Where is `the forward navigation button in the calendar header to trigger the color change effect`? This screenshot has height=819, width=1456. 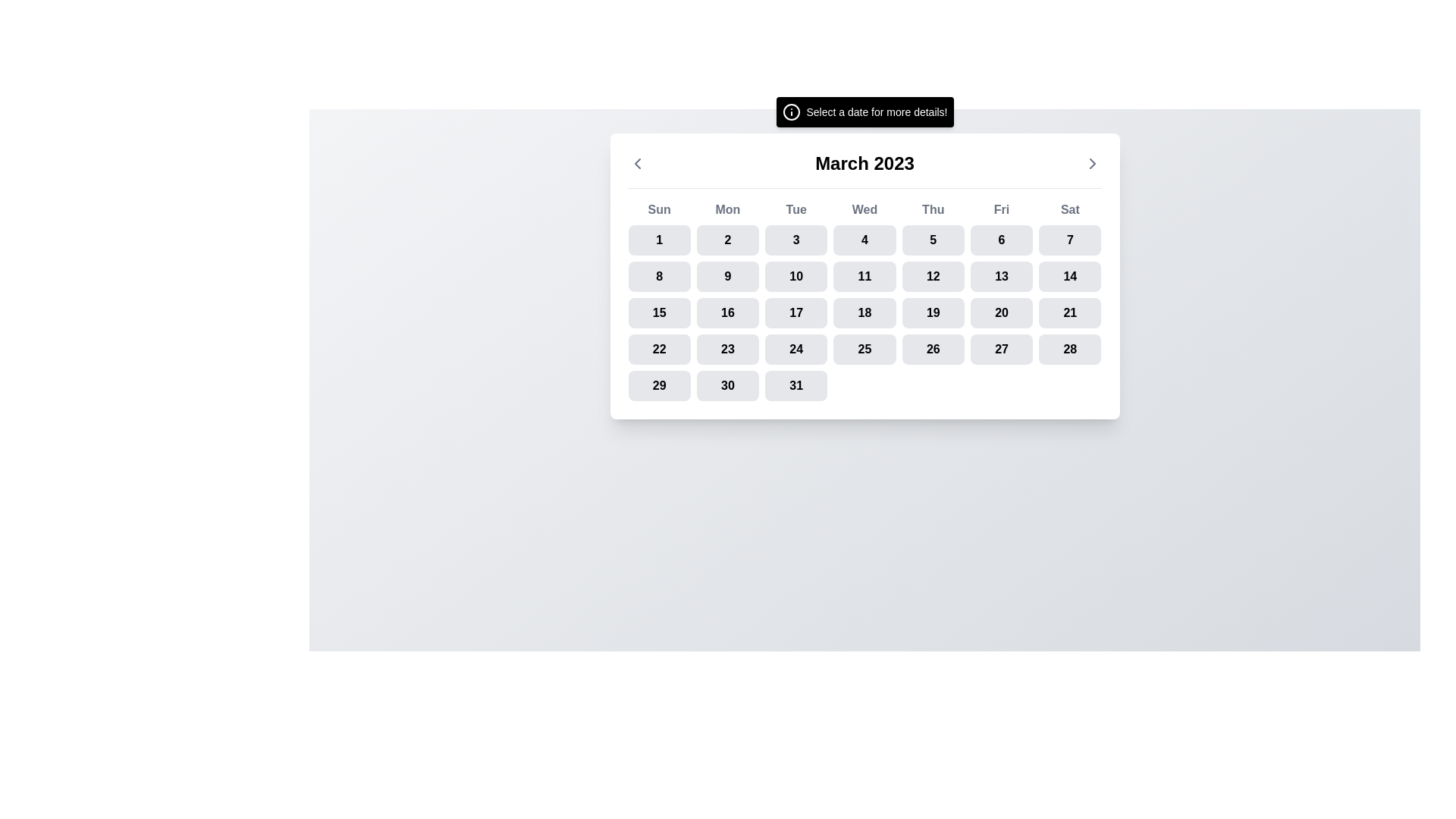
the forward navigation button in the calendar header to trigger the color change effect is located at coordinates (1092, 164).